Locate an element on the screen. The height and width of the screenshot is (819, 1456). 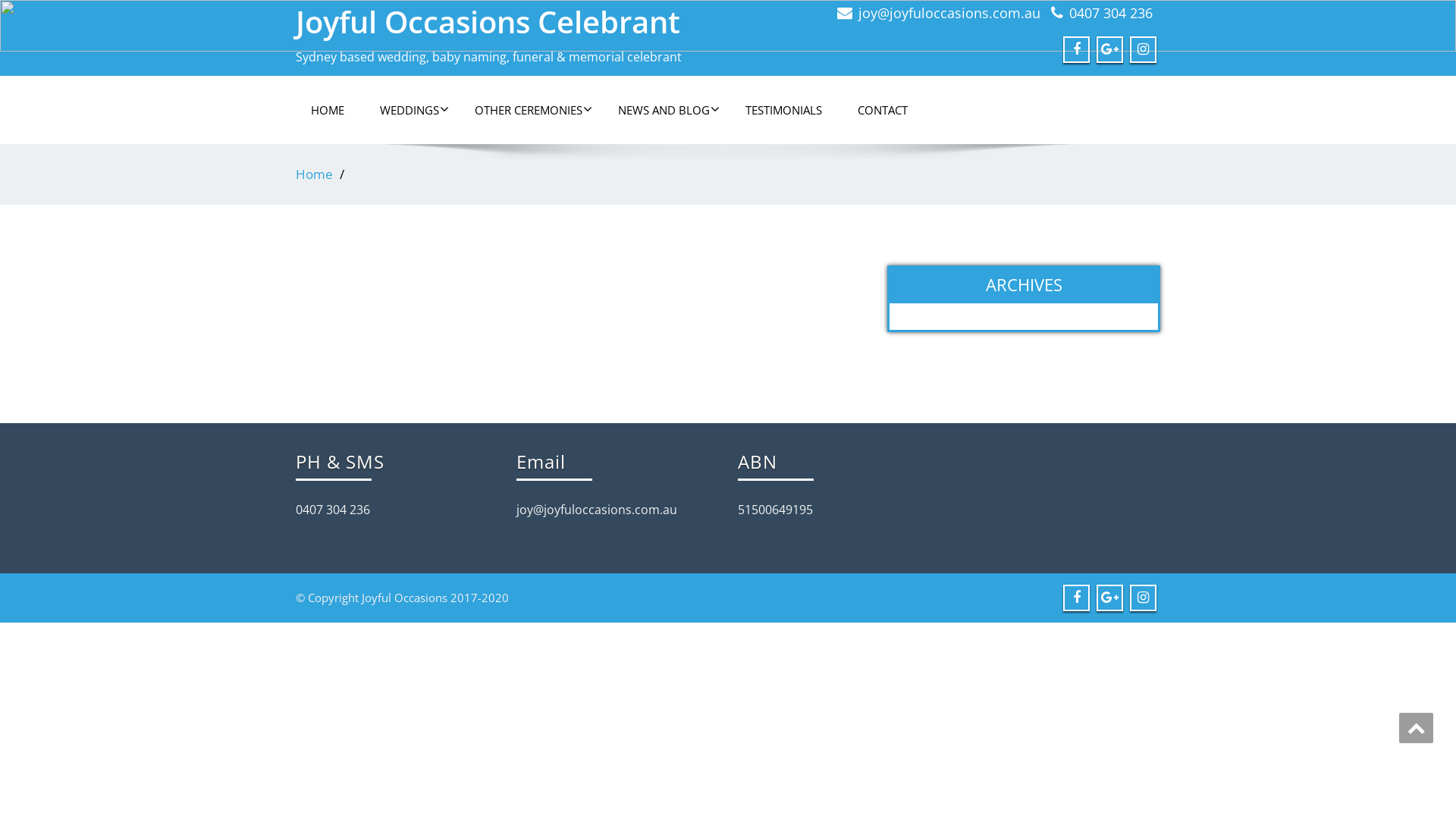
'Joyful Occasions Celebrant' is located at coordinates (488, 21).